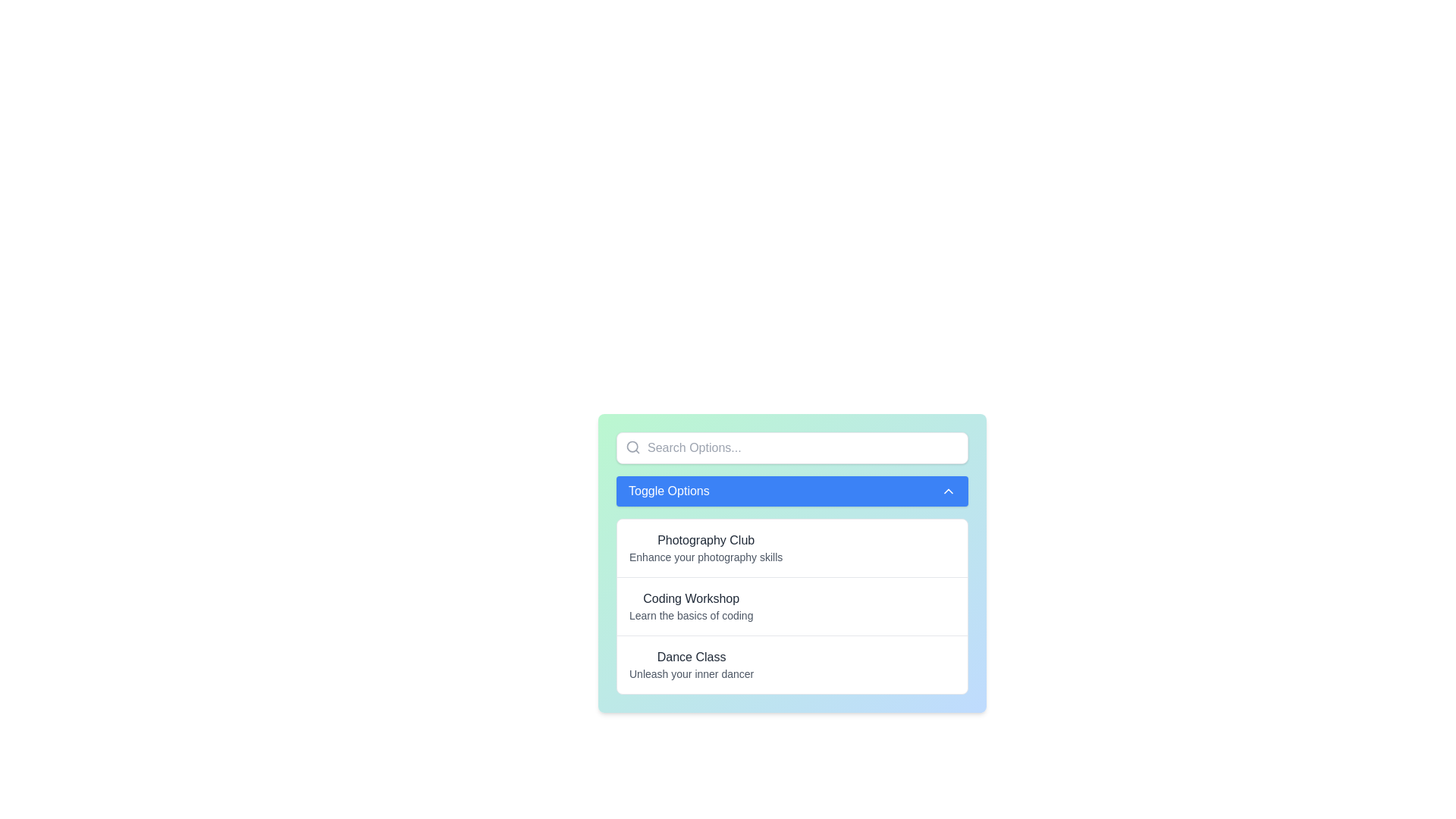 Image resolution: width=1456 pixels, height=819 pixels. I want to click on the text element reading 'Enhance your photography skills', which is styled in a smaller font size and gray color, located directly below the heading 'Photography Club', so click(705, 557).